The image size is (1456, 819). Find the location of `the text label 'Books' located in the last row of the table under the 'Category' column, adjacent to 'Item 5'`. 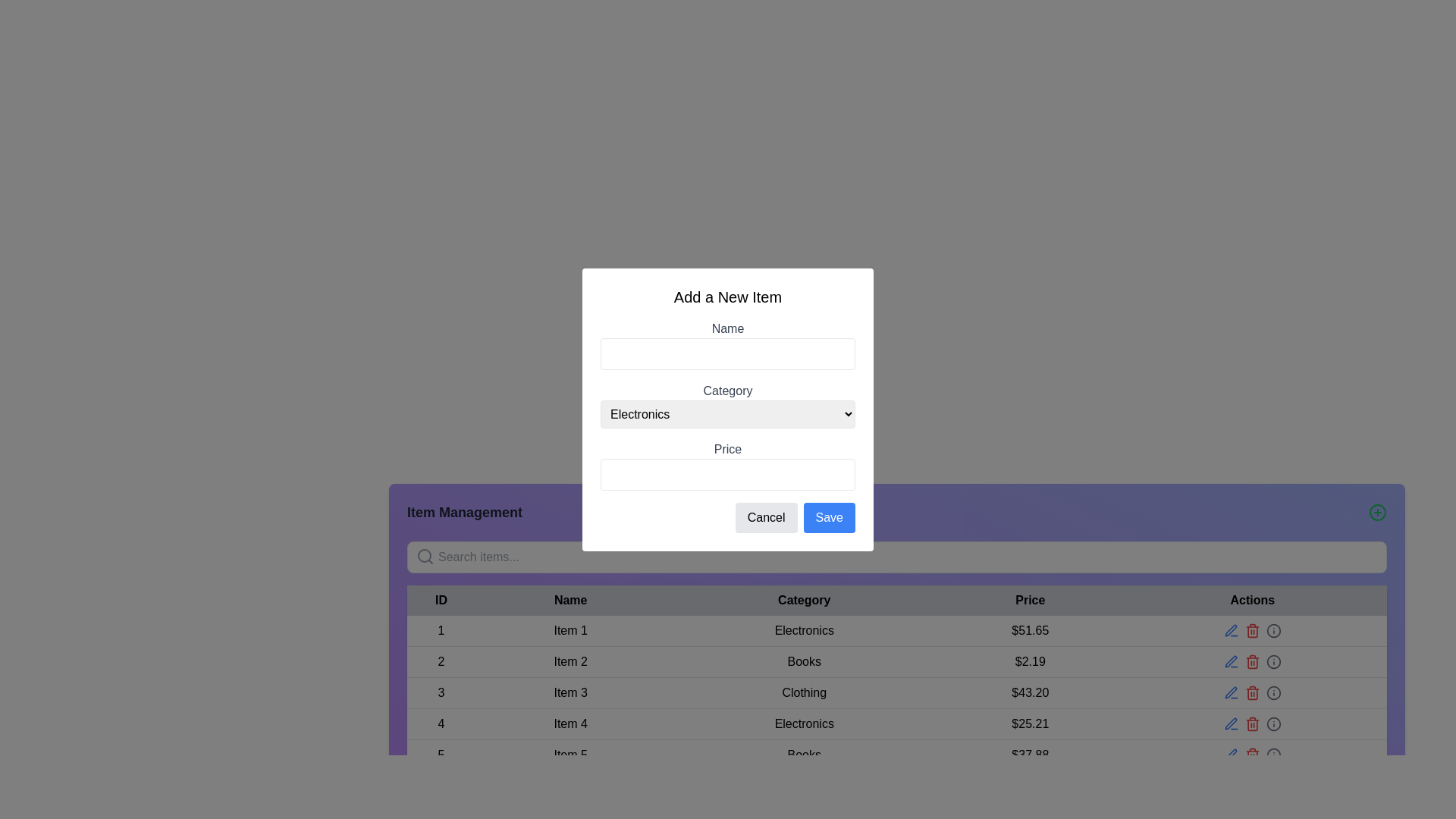

the text label 'Books' located in the last row of the table under the 'Category' column, adjacent to 'Item 5' is located at coordinates (803, 755).